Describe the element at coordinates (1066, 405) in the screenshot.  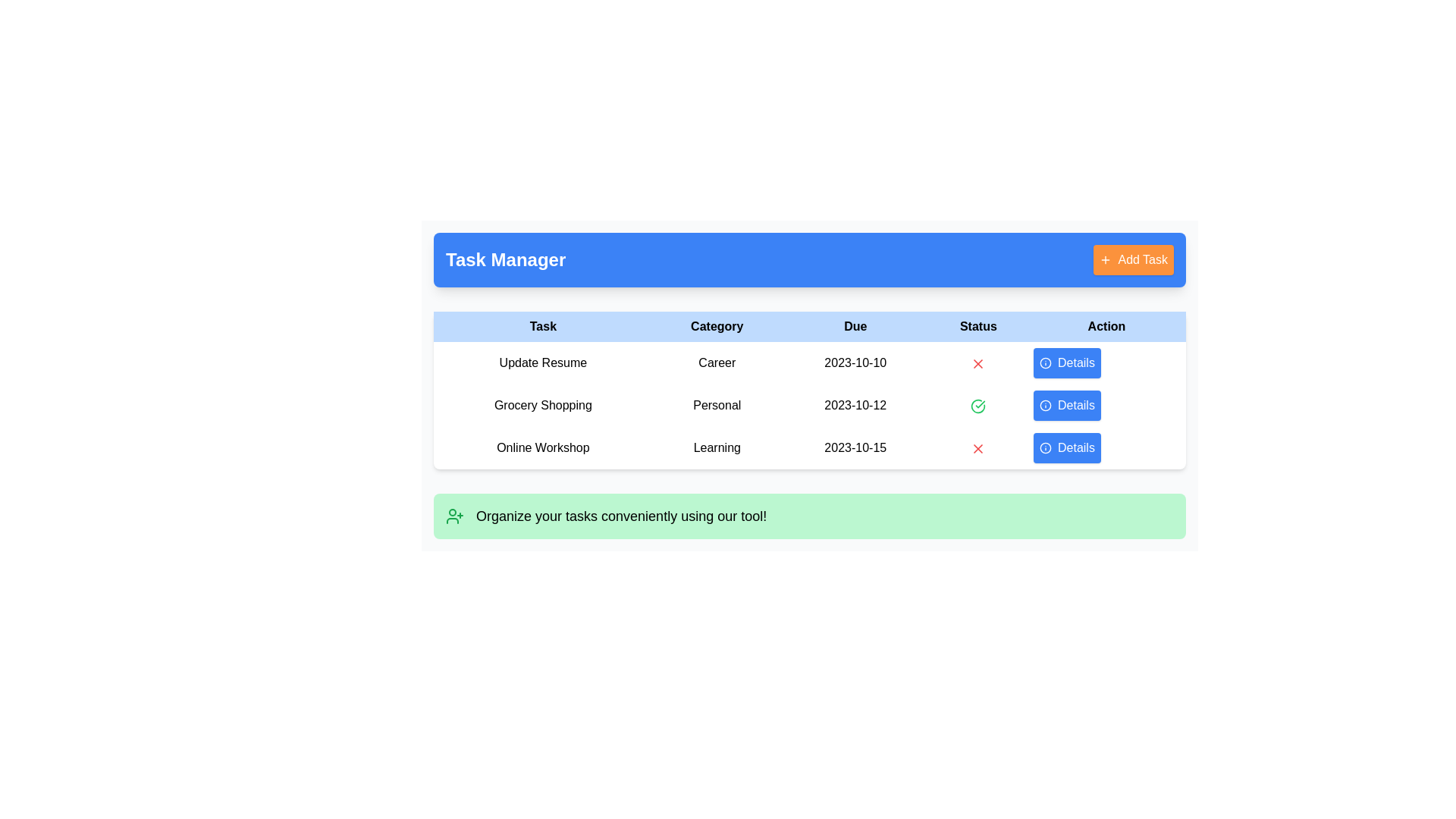
I see `the blue rectangular button labeled 'Details' with a white 'i' information icon on the left side, located in the second row of the 'Action' section next to 'Grocery Shopping'` at that location.